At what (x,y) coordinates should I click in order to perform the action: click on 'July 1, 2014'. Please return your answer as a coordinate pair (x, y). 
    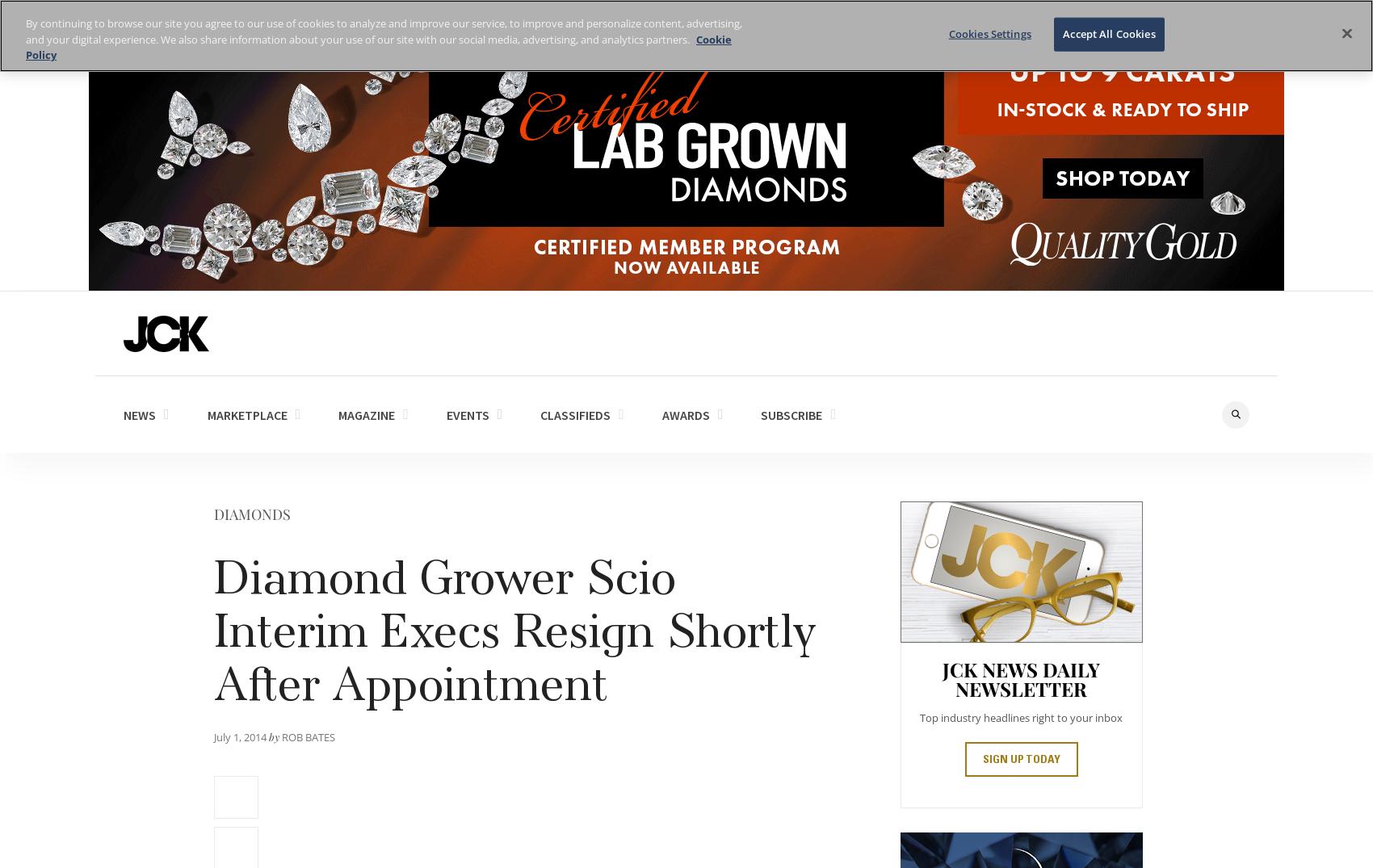
    Looking at the image, I should click on (214, 736).